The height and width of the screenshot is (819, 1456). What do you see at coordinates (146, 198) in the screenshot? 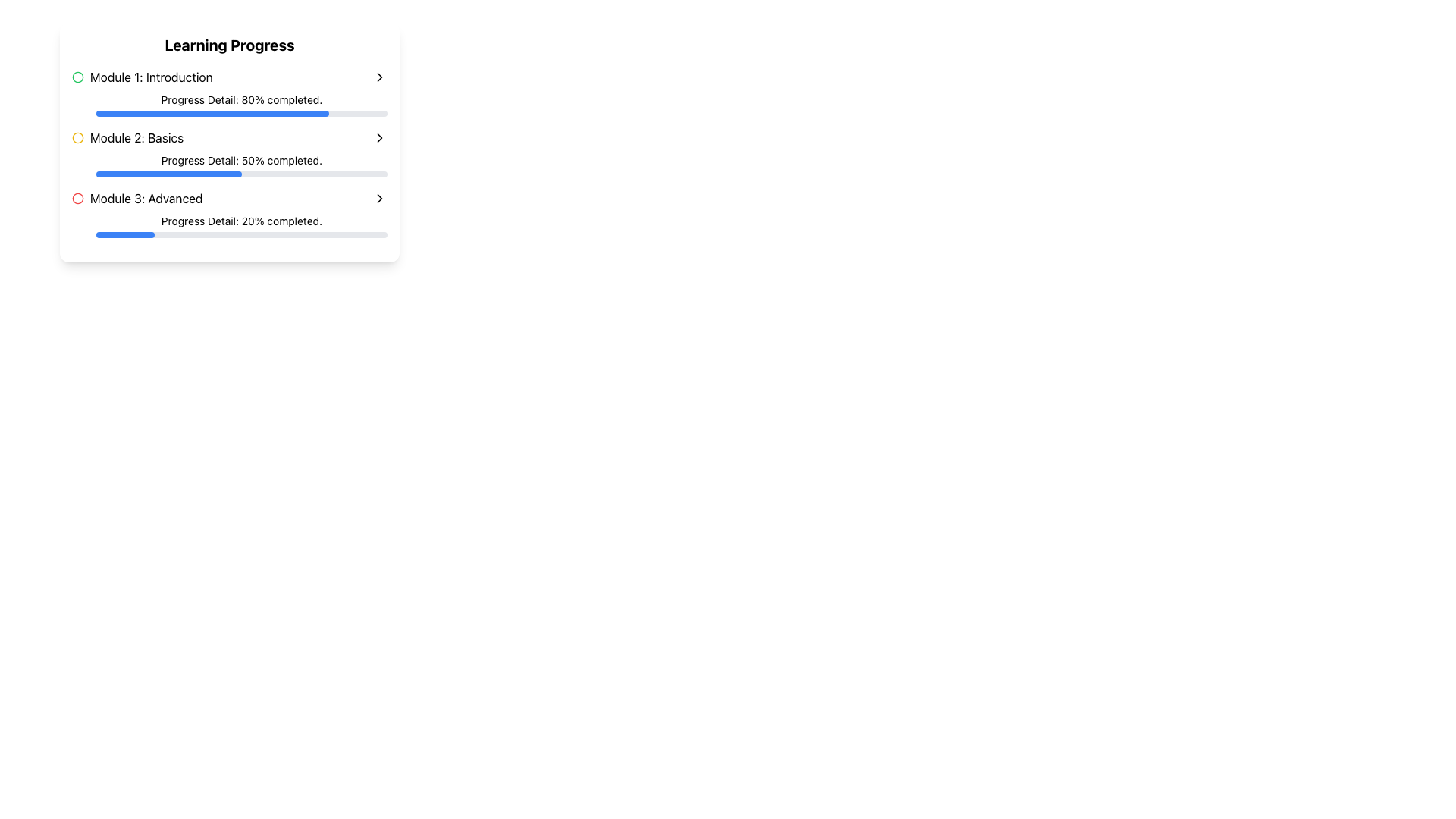
I see `the text label displaying 'Module 3: Advanced', which is located in the lower portion of the learning modules list and is styled with a clear black font` at bounding box center [146, 198].